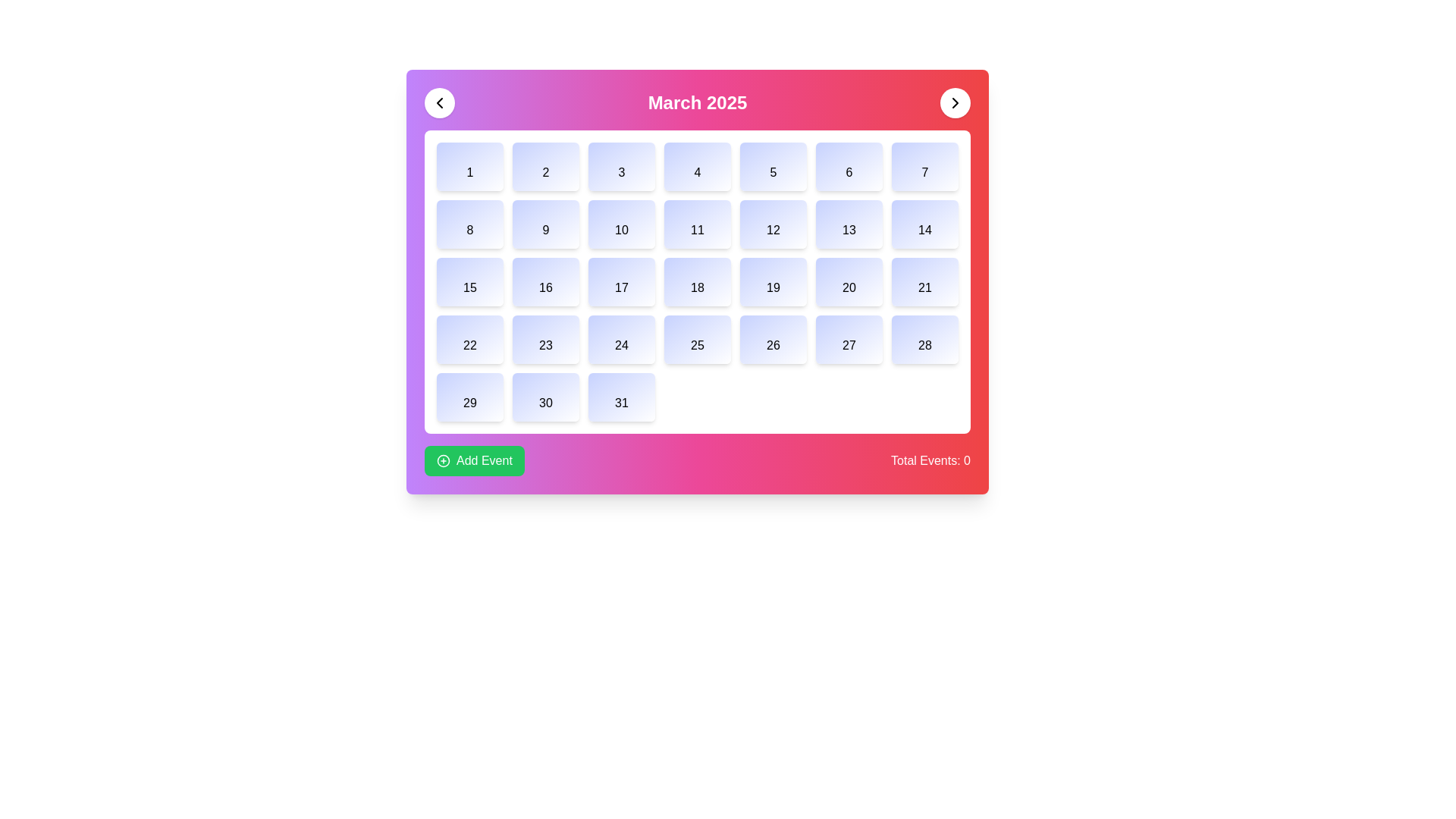 The height and width of the screenshot is (819, 1456). What do you see at coordinates (697, 281) in the screenshot?
I see `individual dates within the interactive calendar grid for March 2025, located centrally below the month header` at bounding box center [697, 281].